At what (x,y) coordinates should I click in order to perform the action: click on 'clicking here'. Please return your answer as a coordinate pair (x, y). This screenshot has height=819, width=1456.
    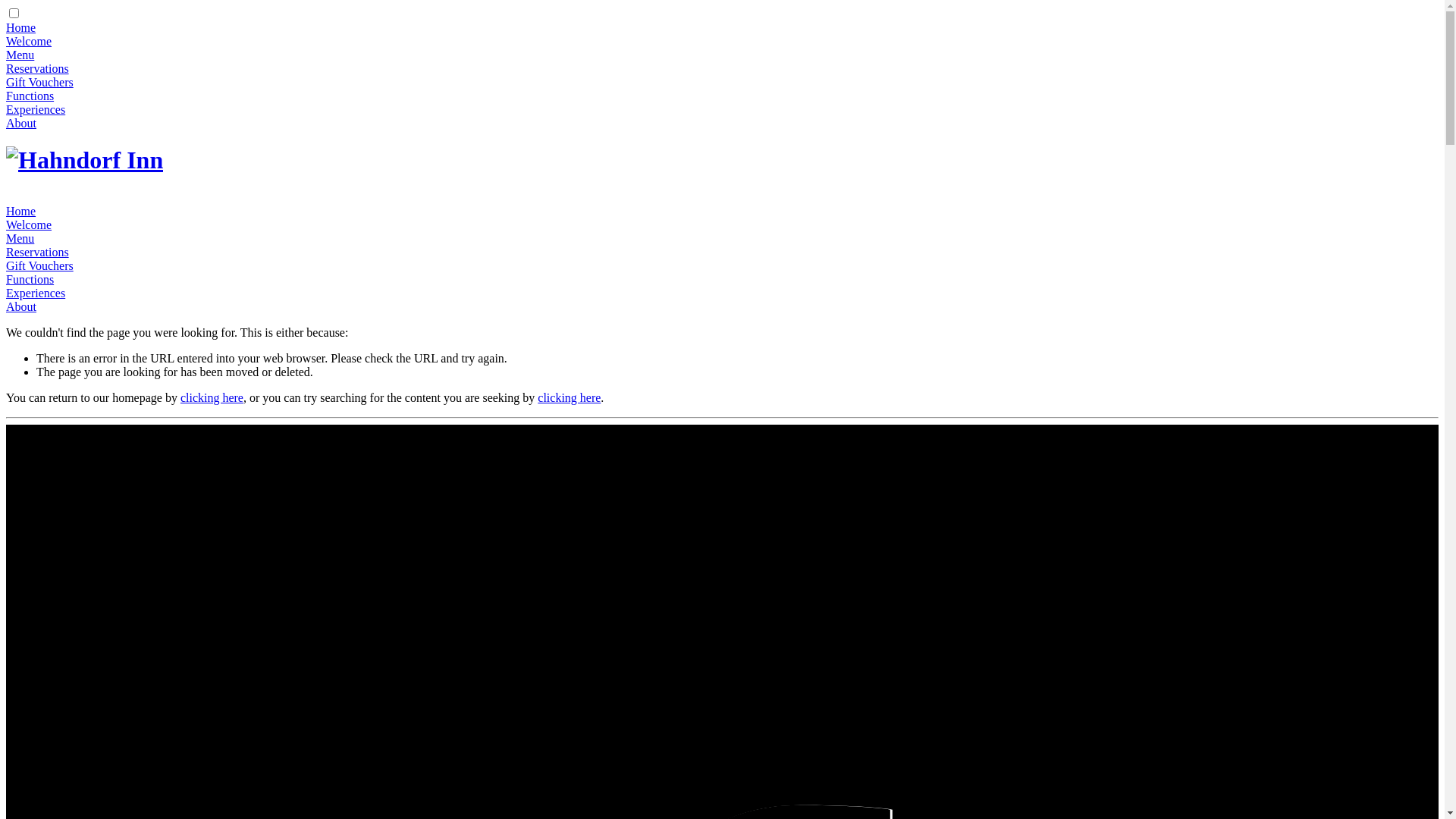
    Looking at the image, I should click on (538, 397).